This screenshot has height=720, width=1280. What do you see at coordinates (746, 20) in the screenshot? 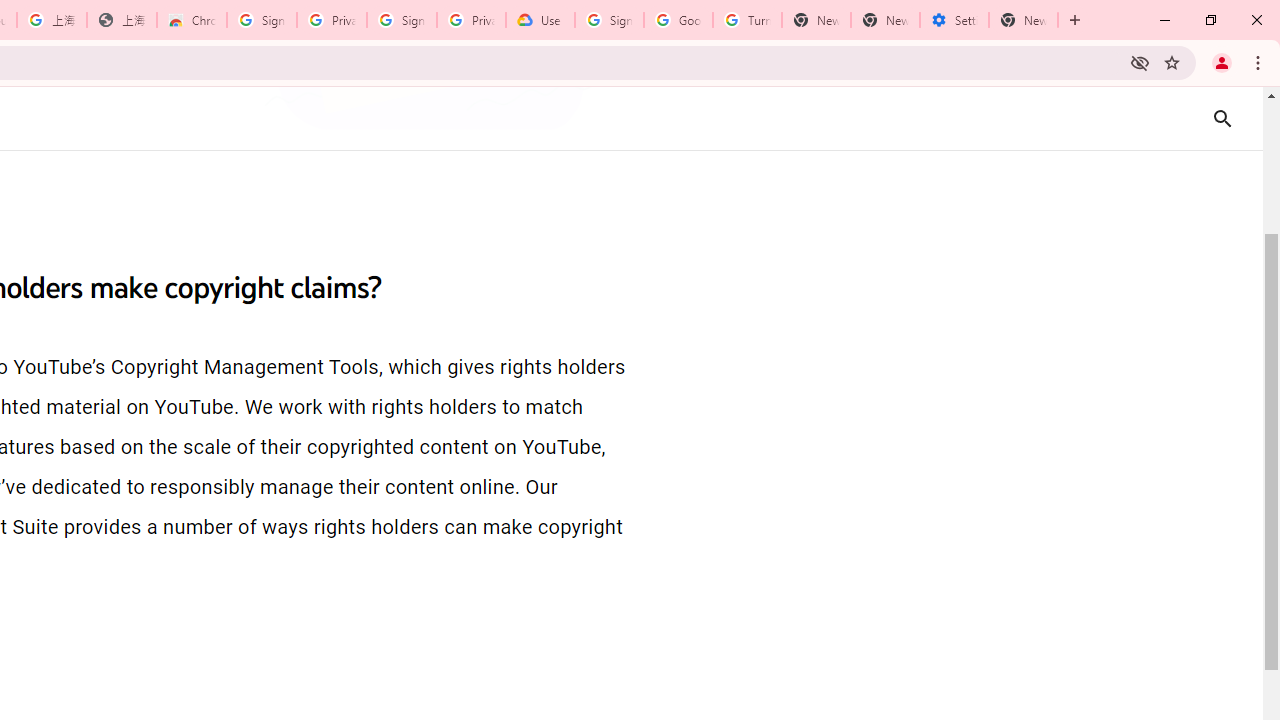
I see `'Turn cookies on or off - Computer - Google Account Help'` at bounding box center [746, 20].